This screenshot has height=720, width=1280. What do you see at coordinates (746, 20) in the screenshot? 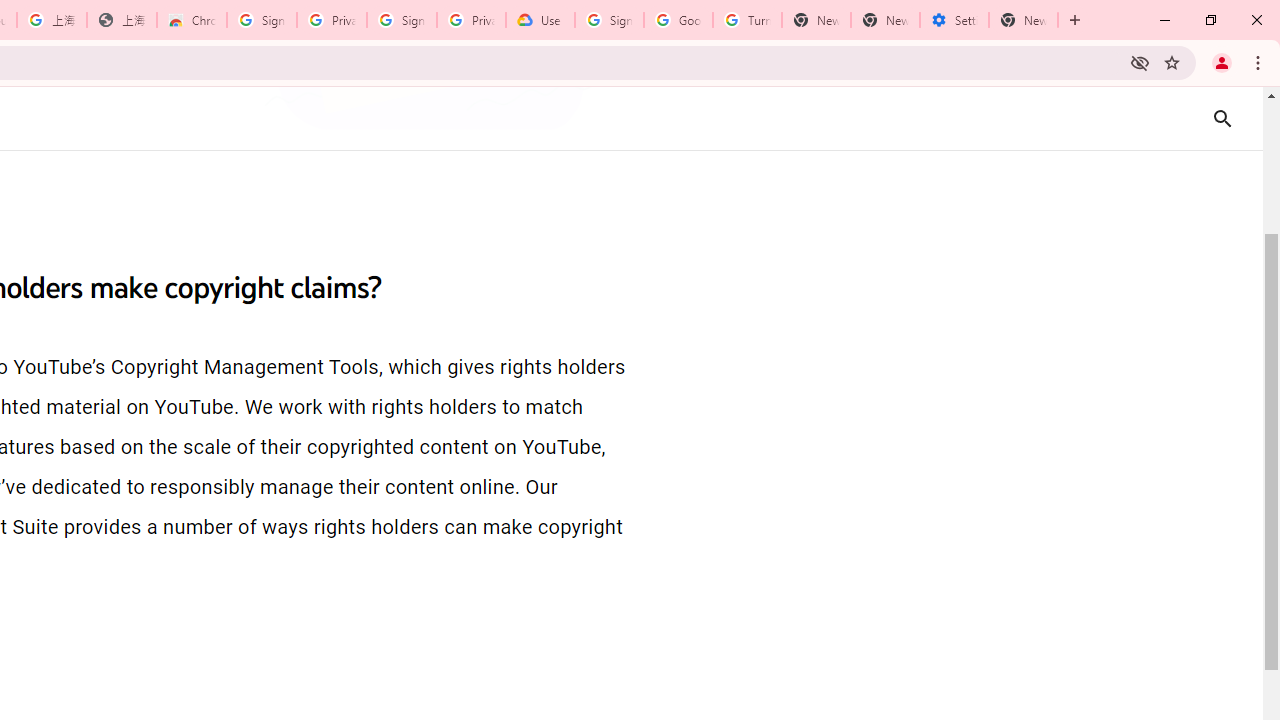
I see `'Turn cookies on or off - Computer - Google Account Help'` at bounding box center [746, 20].